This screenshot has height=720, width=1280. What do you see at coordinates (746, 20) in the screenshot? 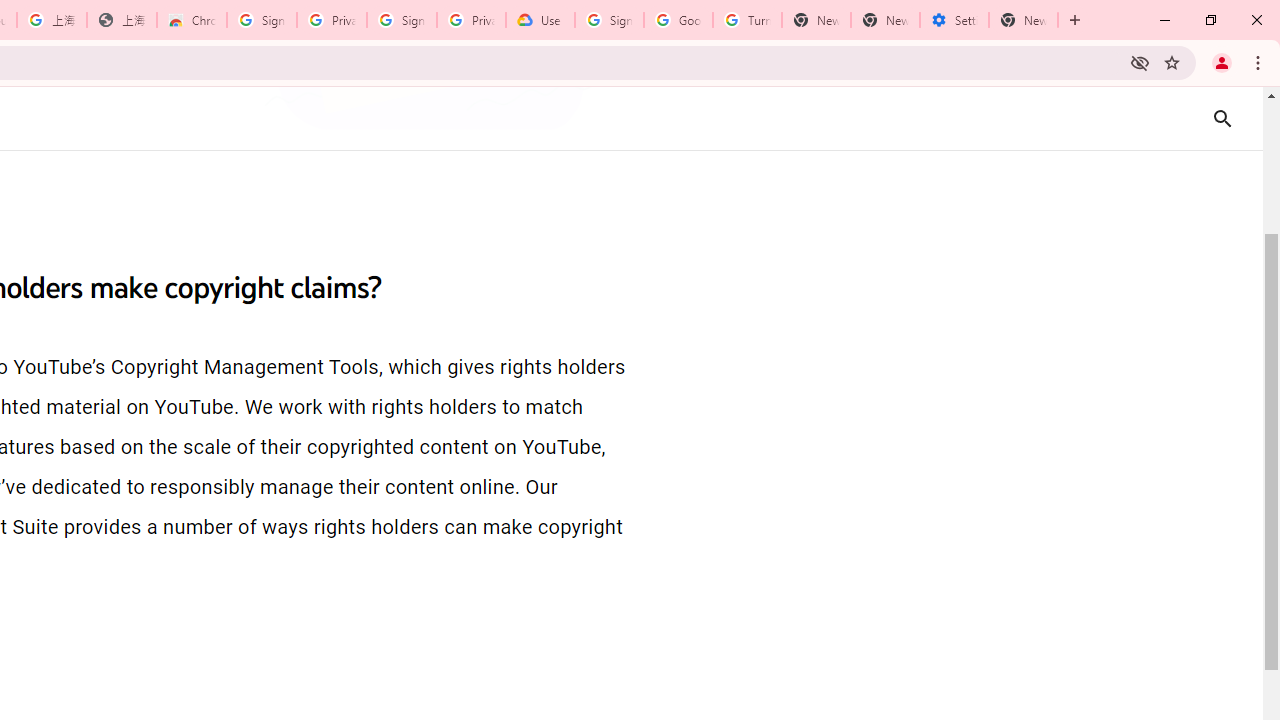
I see `'Turn cookies on or off - Computer - Google Account Help'` at bounding box center [746, 20].